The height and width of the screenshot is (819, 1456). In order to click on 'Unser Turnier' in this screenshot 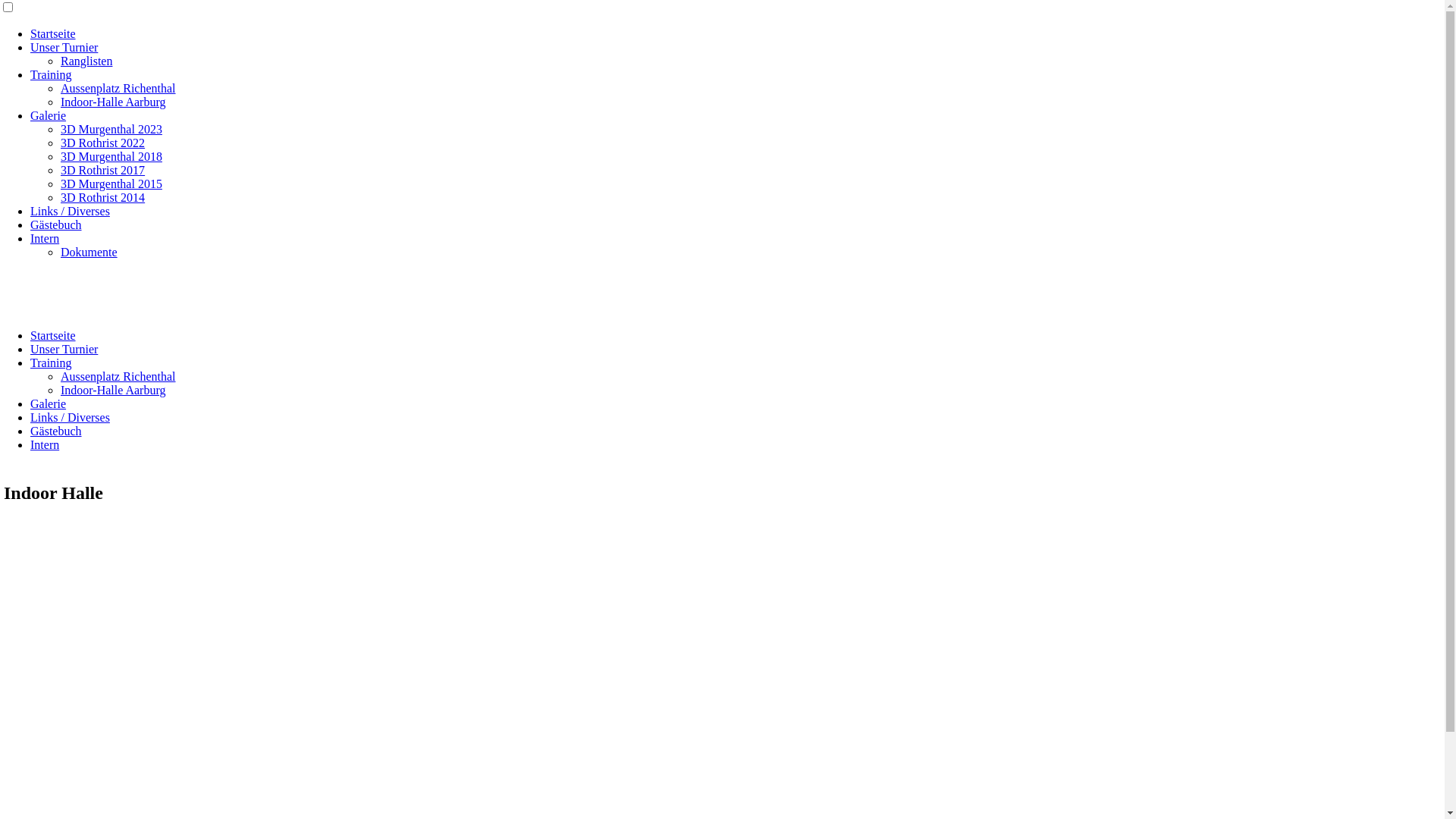, I will do `click(30, 349)`.